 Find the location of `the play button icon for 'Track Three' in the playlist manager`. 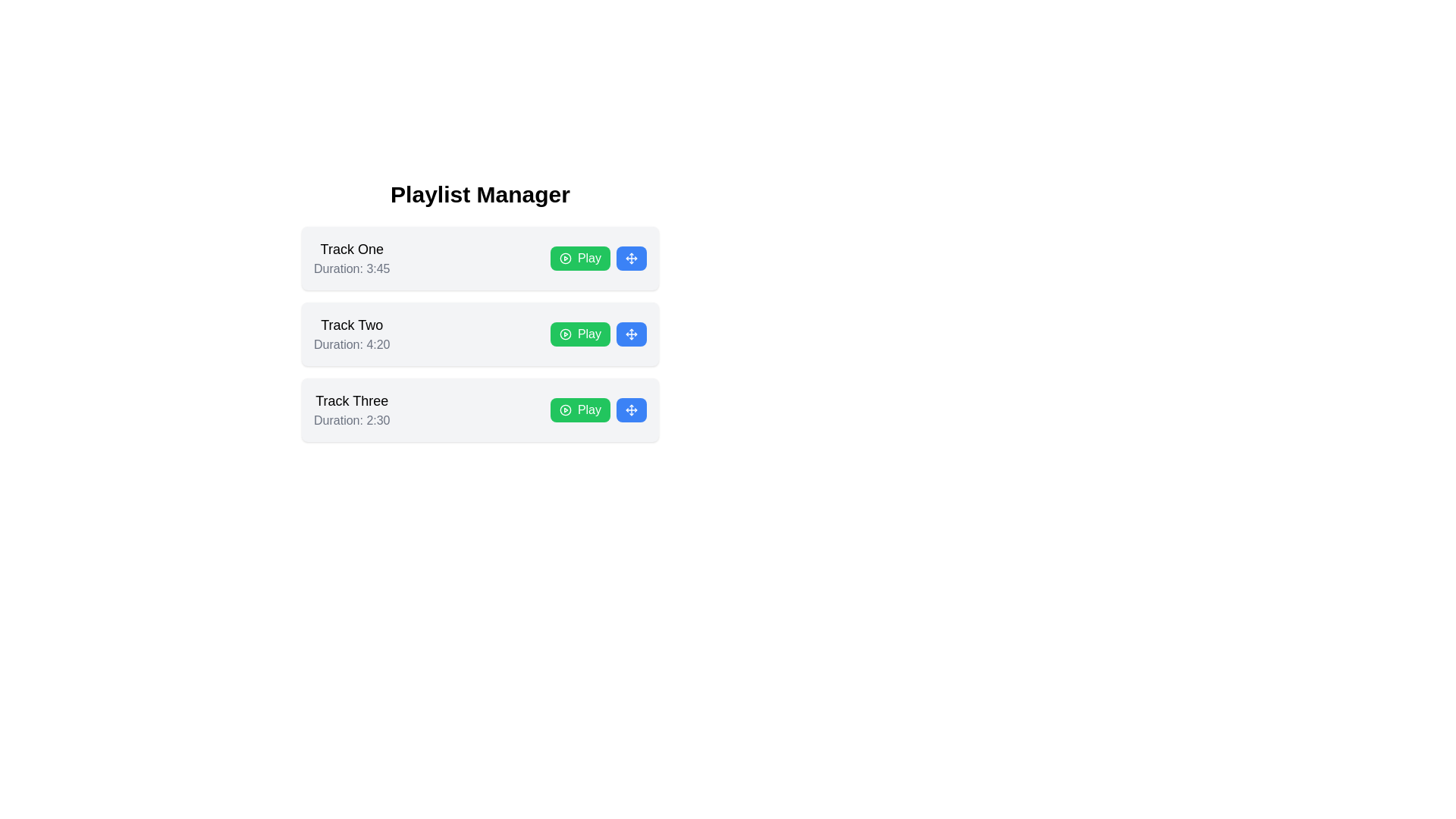

the play button icon for 'Track Three' in the playlist manager is located at coordinates (564, 409).